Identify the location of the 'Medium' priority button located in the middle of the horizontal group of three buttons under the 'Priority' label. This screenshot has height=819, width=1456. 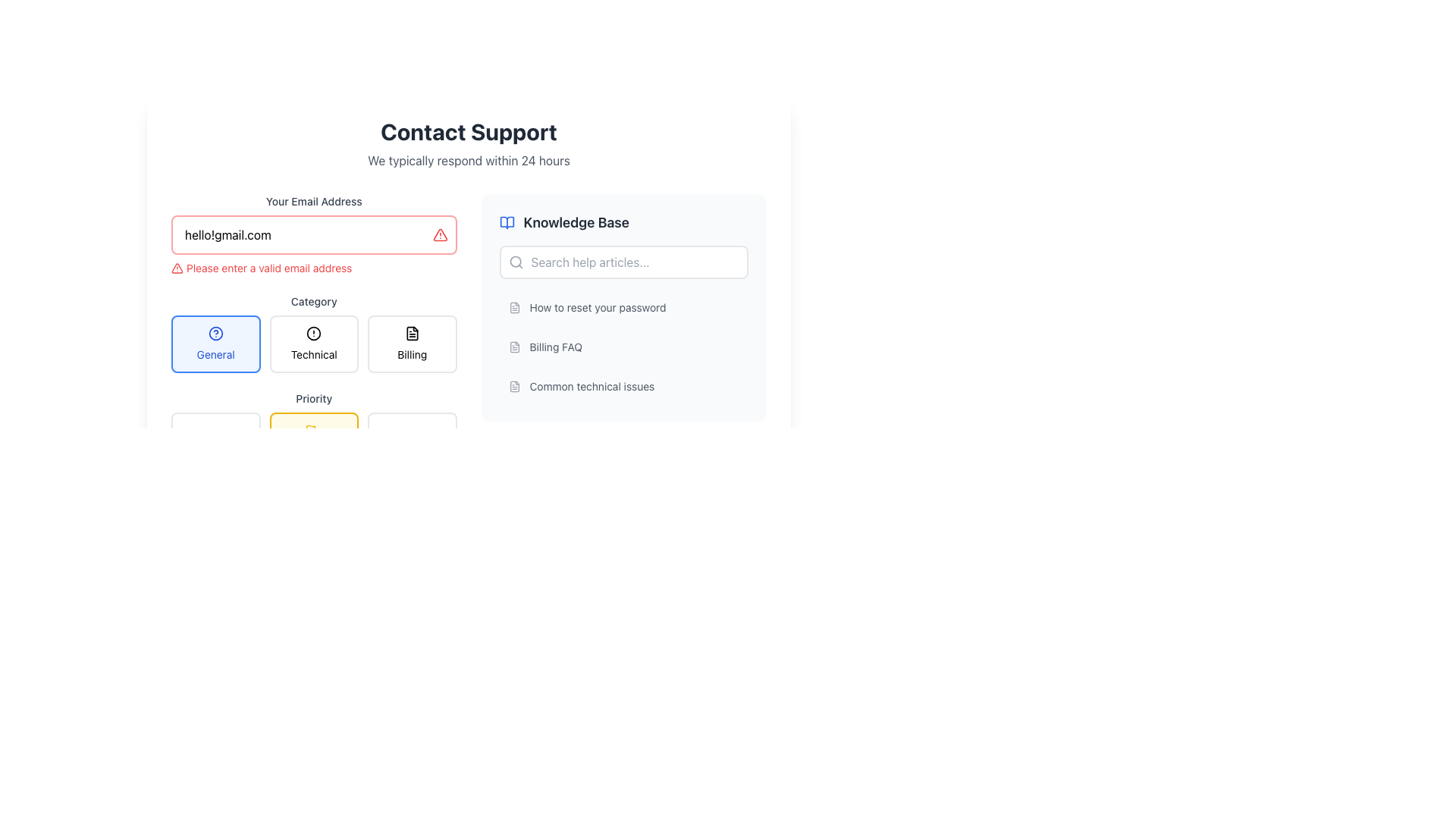
(313, 427).